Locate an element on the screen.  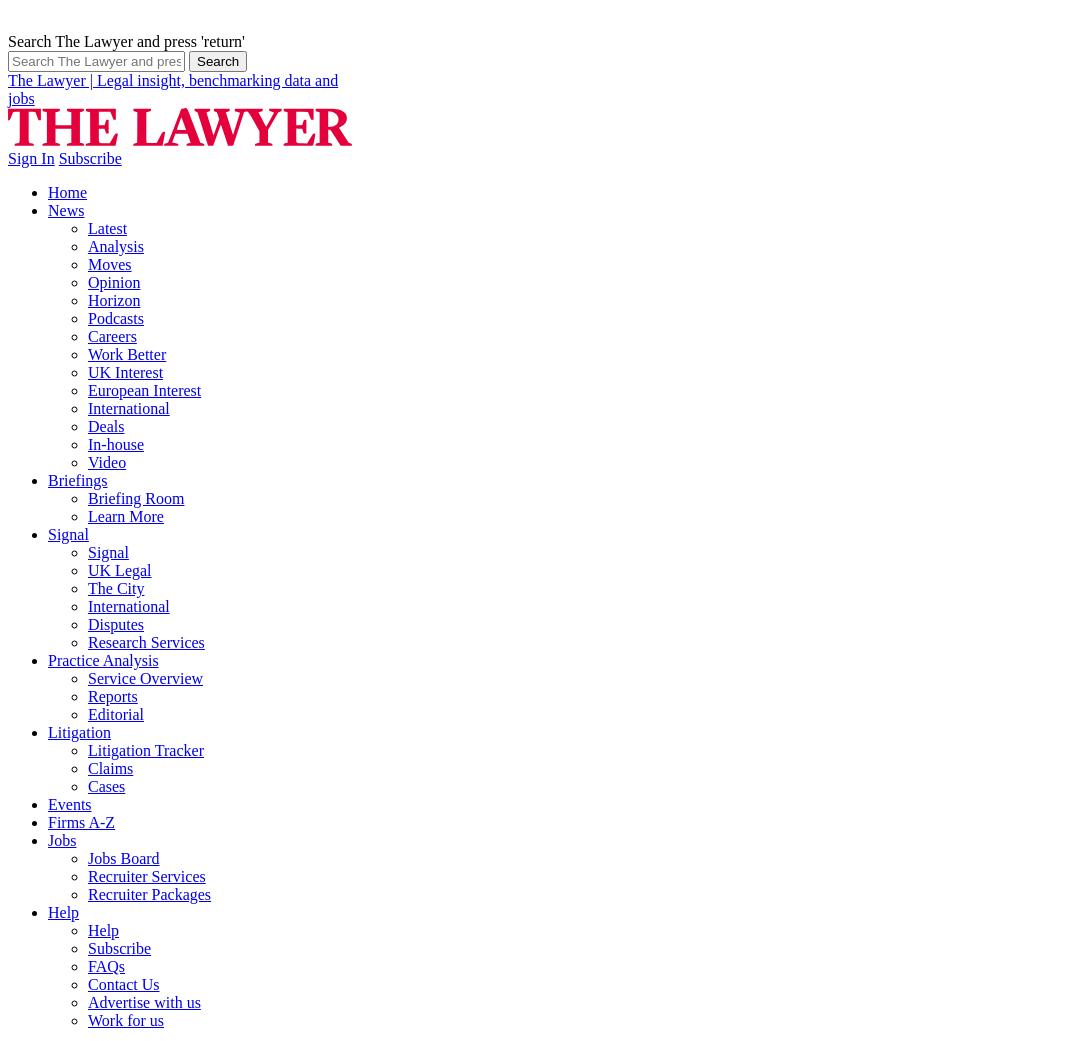
'Search The Lawyer and press 'return'' is located at coordinates (7, 40).